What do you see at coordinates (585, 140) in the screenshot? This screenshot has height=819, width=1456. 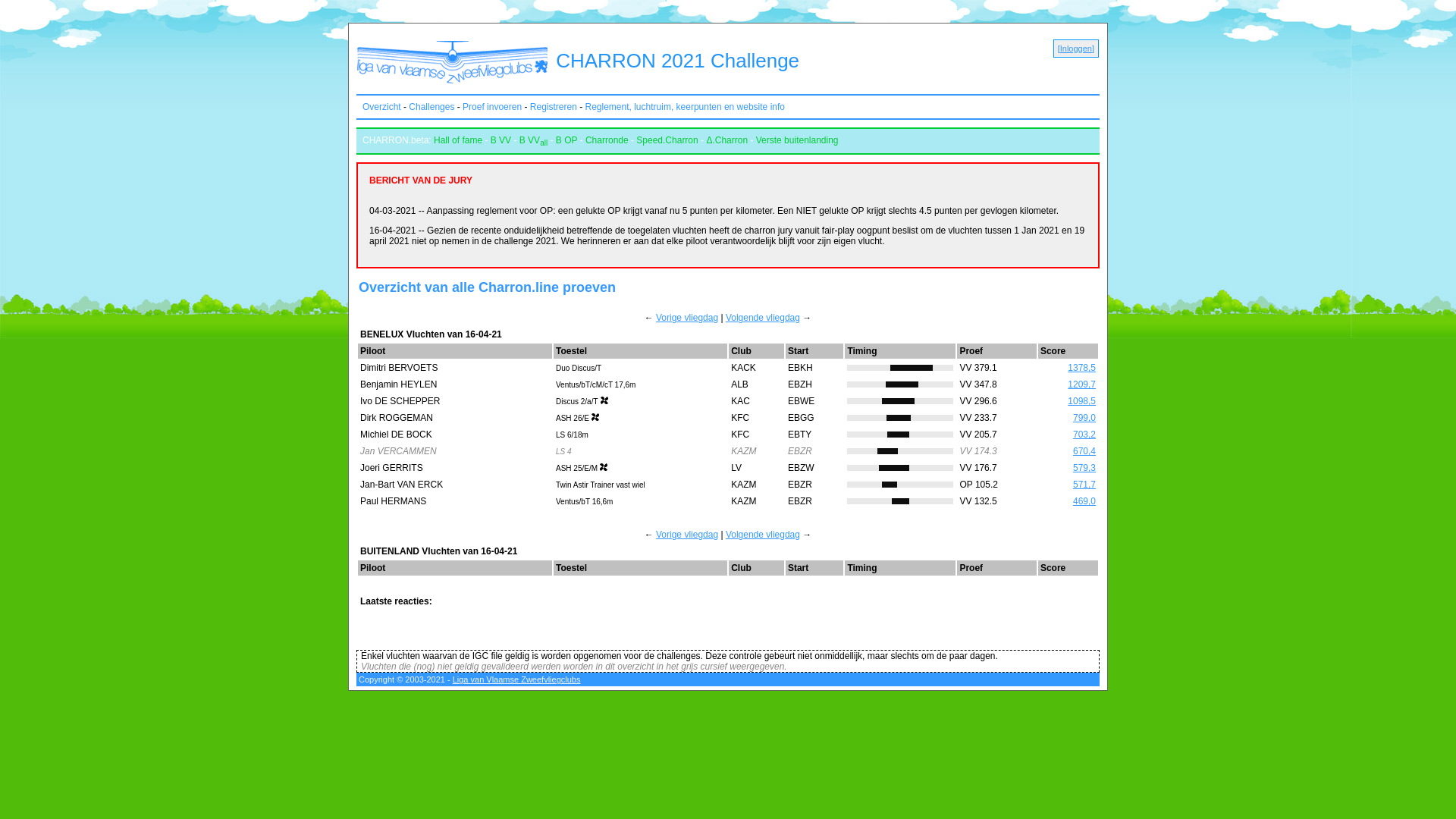 I see `'Charronde'` at bounding box center [585, 140].